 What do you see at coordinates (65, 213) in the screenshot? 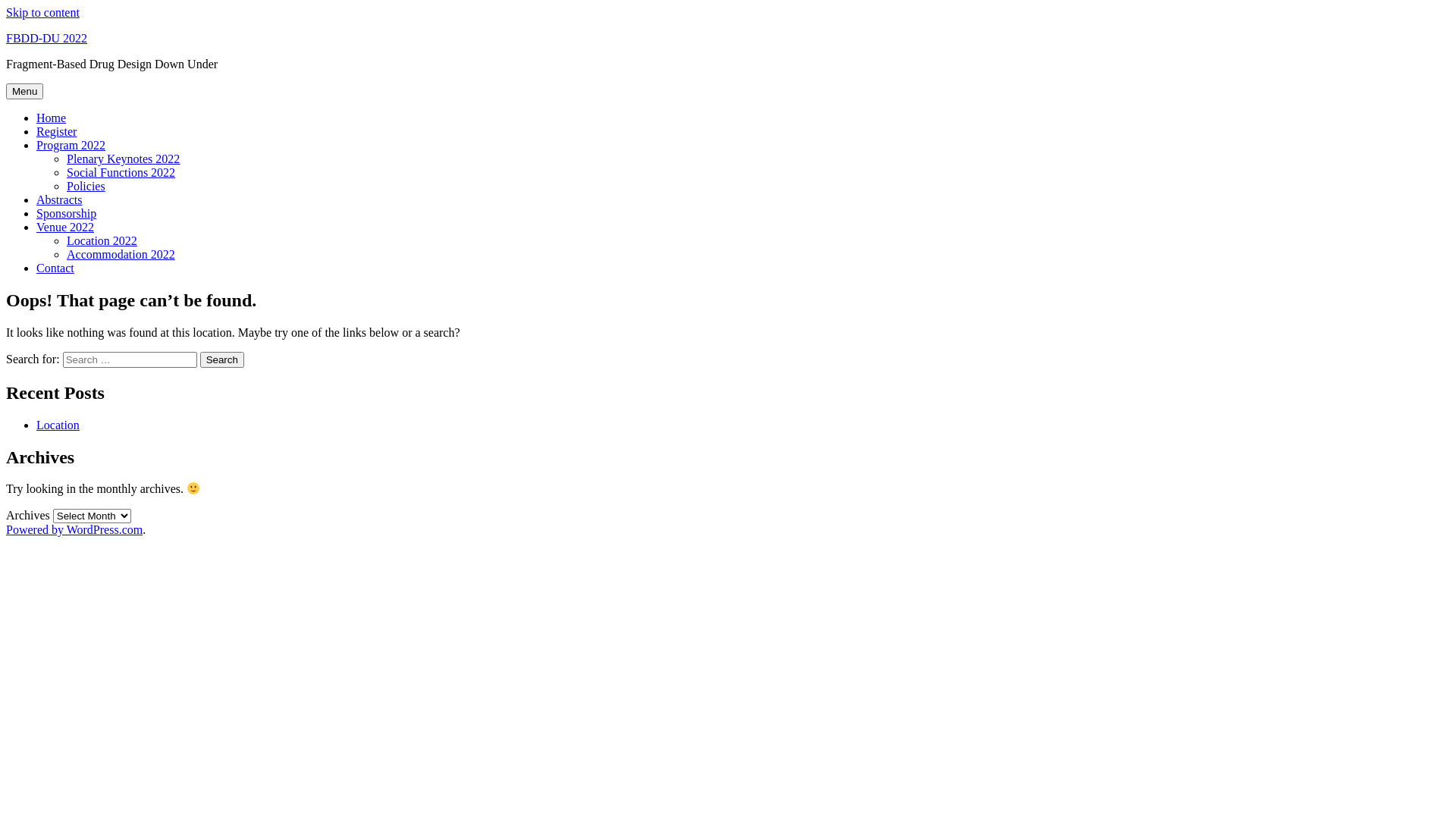
I see `'Sponsorship'` at bounding box center [65, 213].